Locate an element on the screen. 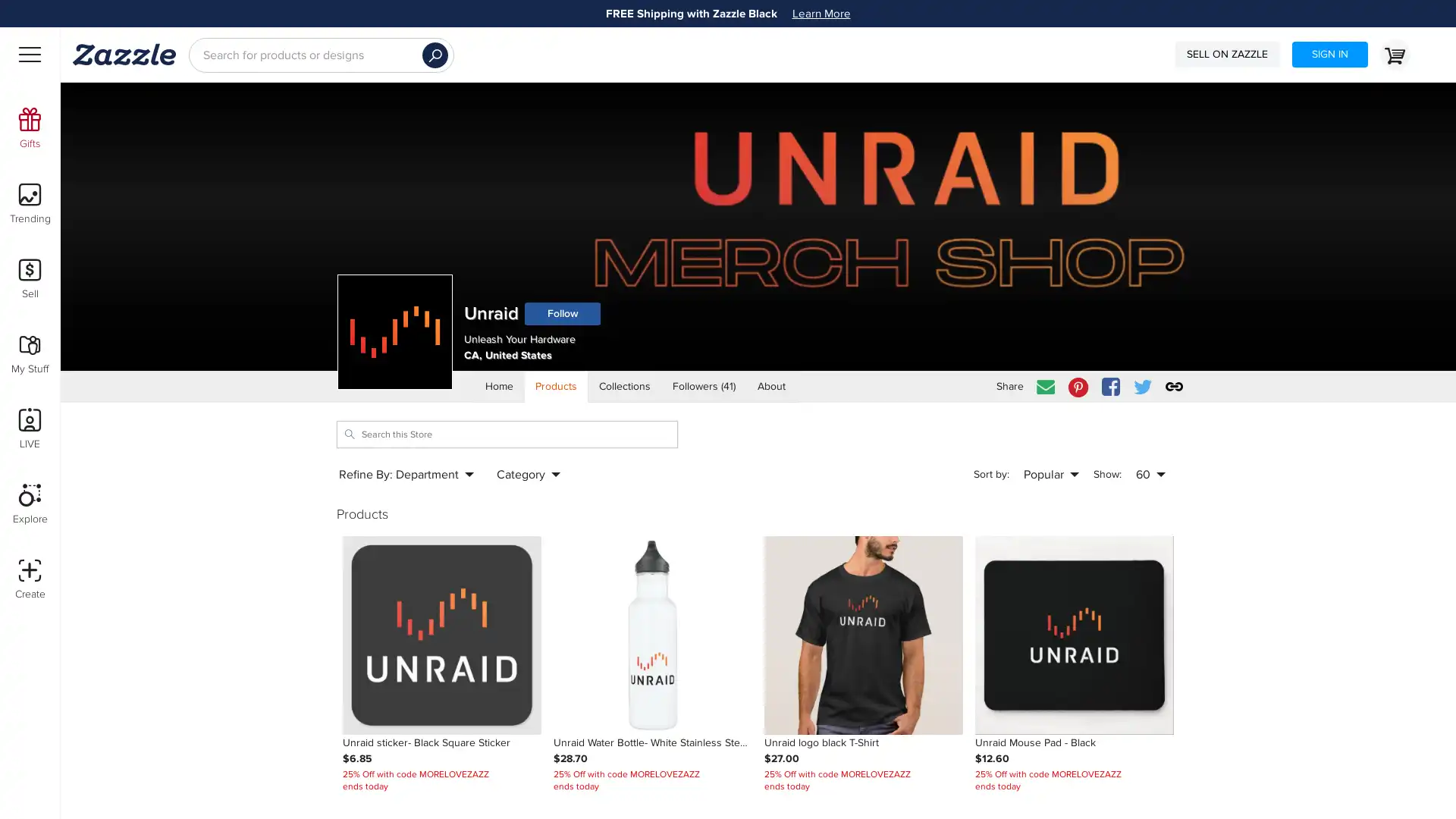 The height and width of the screenshot is (819, 1456). A Search is located at coordinates (435, 55).